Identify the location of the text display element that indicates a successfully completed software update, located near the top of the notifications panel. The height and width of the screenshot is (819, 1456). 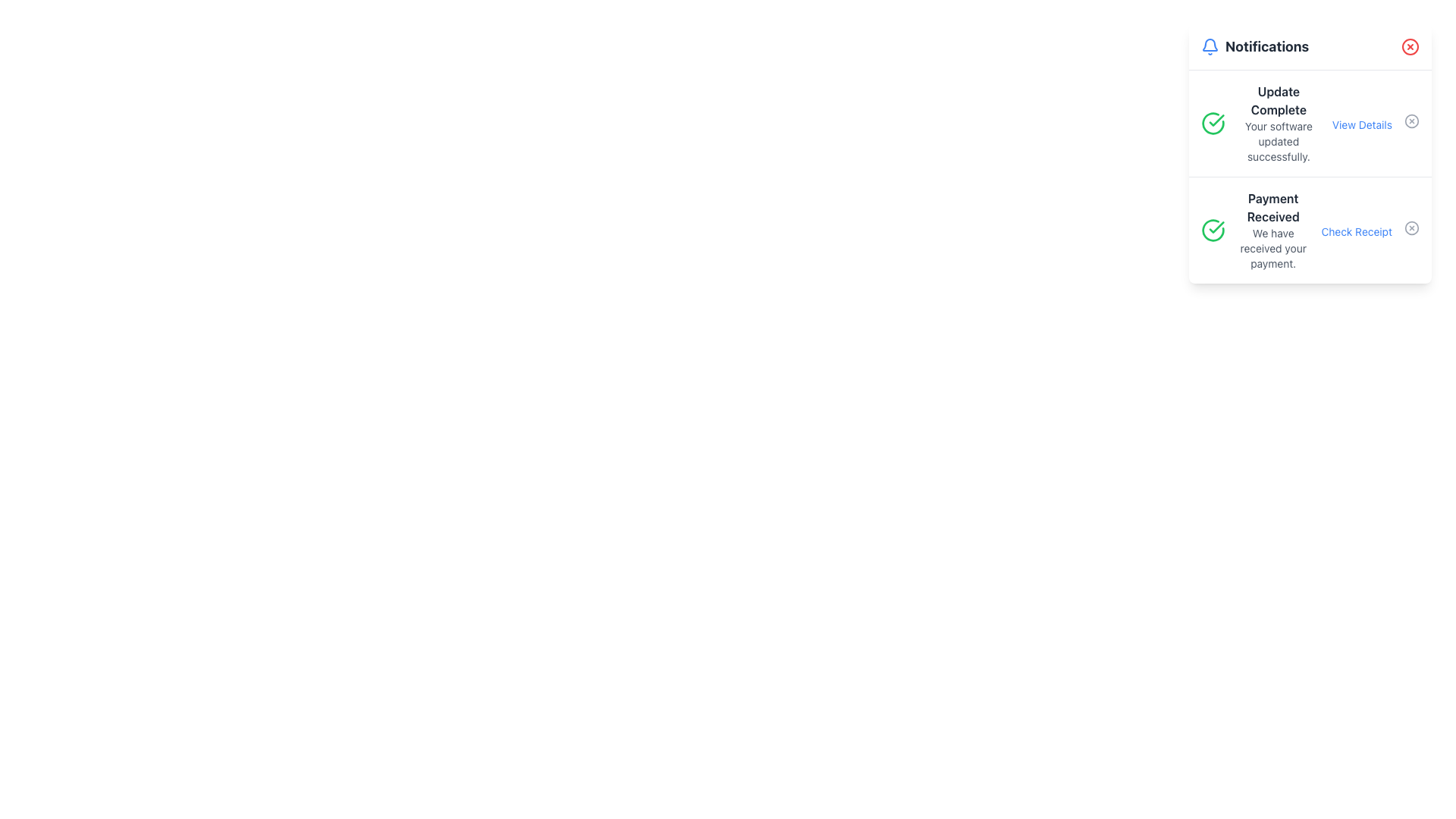
(1278, 122).